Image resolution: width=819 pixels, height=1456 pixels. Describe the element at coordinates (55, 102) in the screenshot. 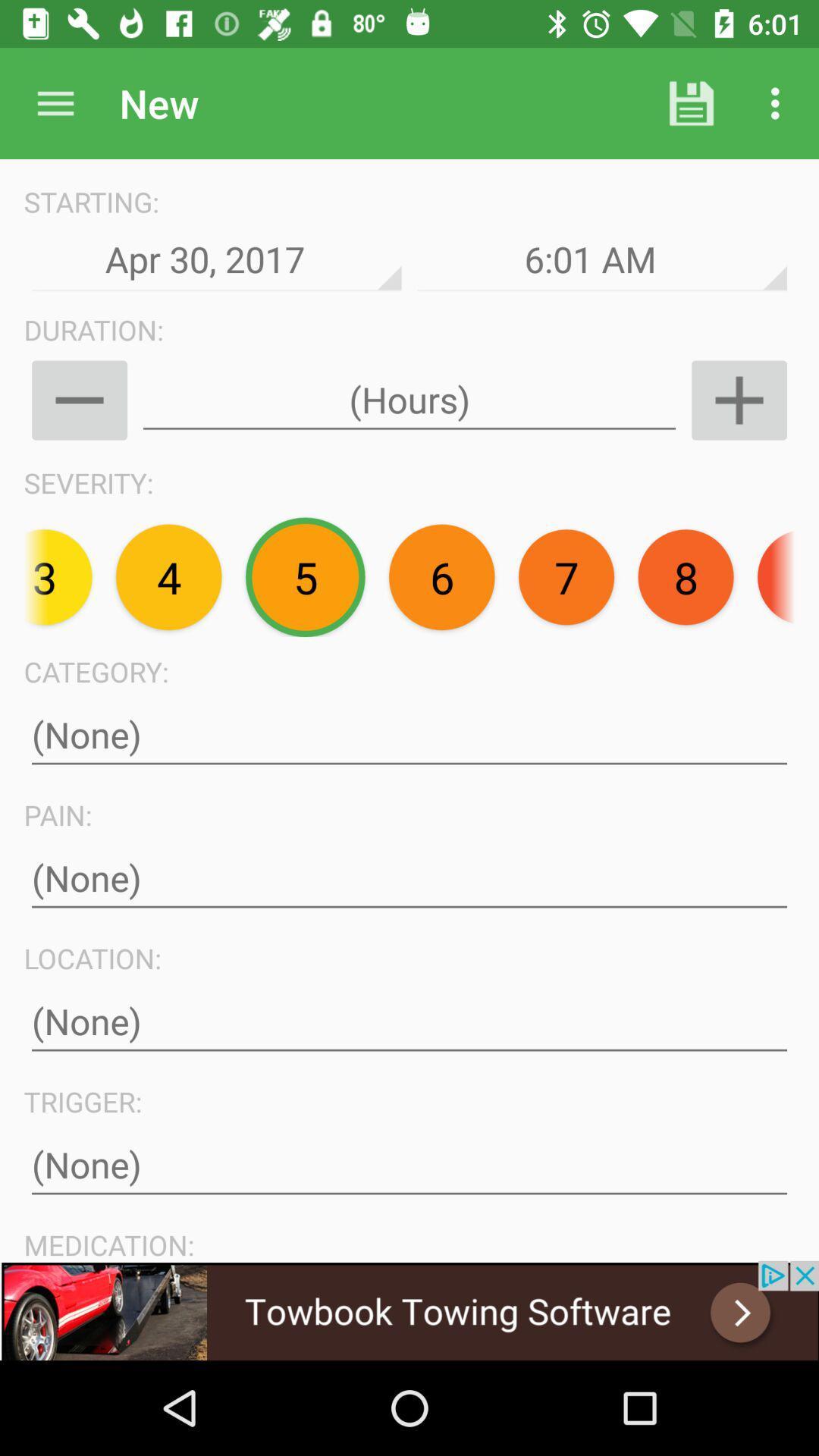

I see `open menu` at that location.